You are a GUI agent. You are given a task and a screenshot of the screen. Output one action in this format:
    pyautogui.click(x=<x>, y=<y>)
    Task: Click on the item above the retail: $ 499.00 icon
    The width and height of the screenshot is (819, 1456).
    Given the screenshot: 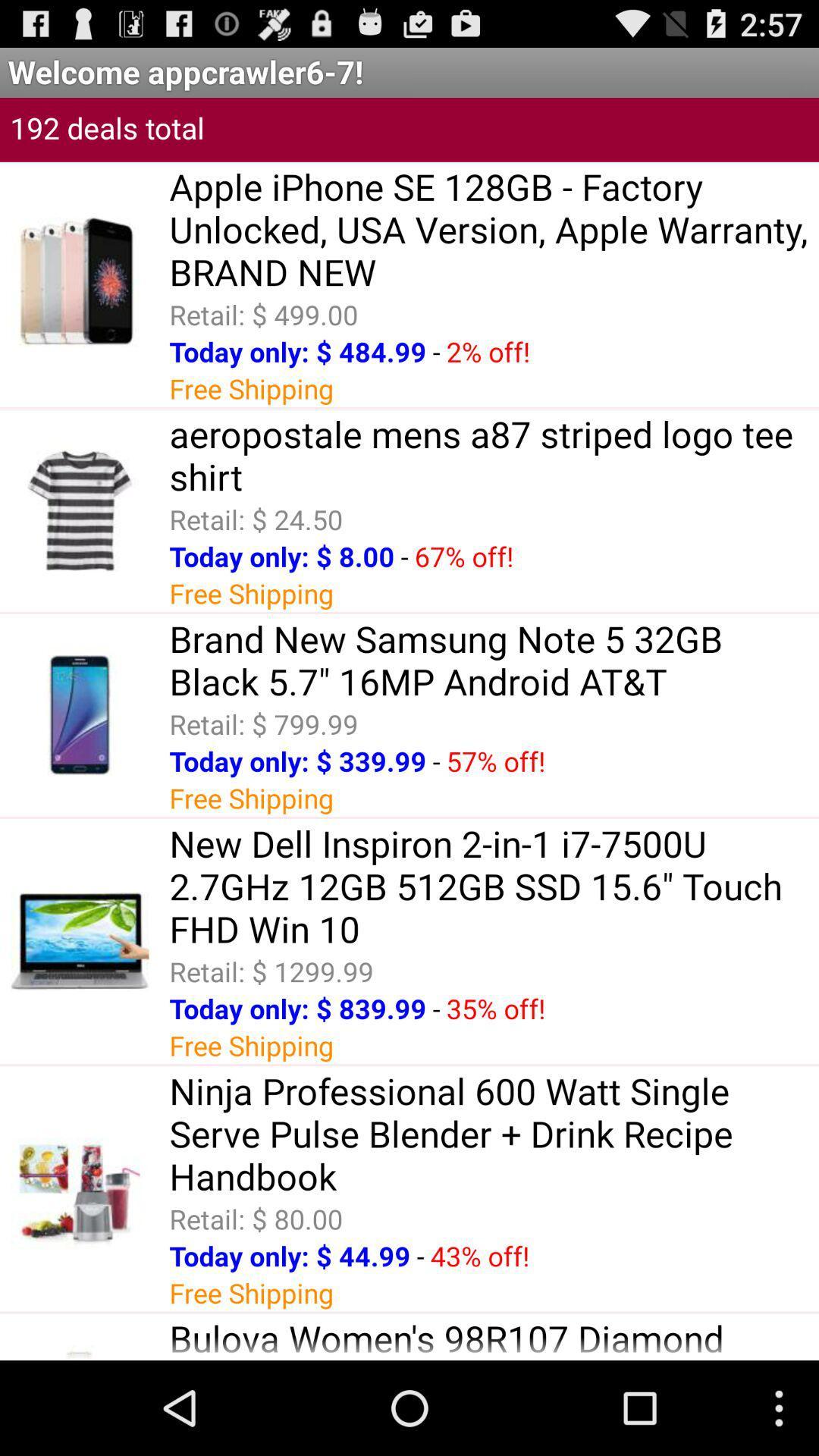 What is the action you would take?
    pyautogui.click(x=494, y=228)
    